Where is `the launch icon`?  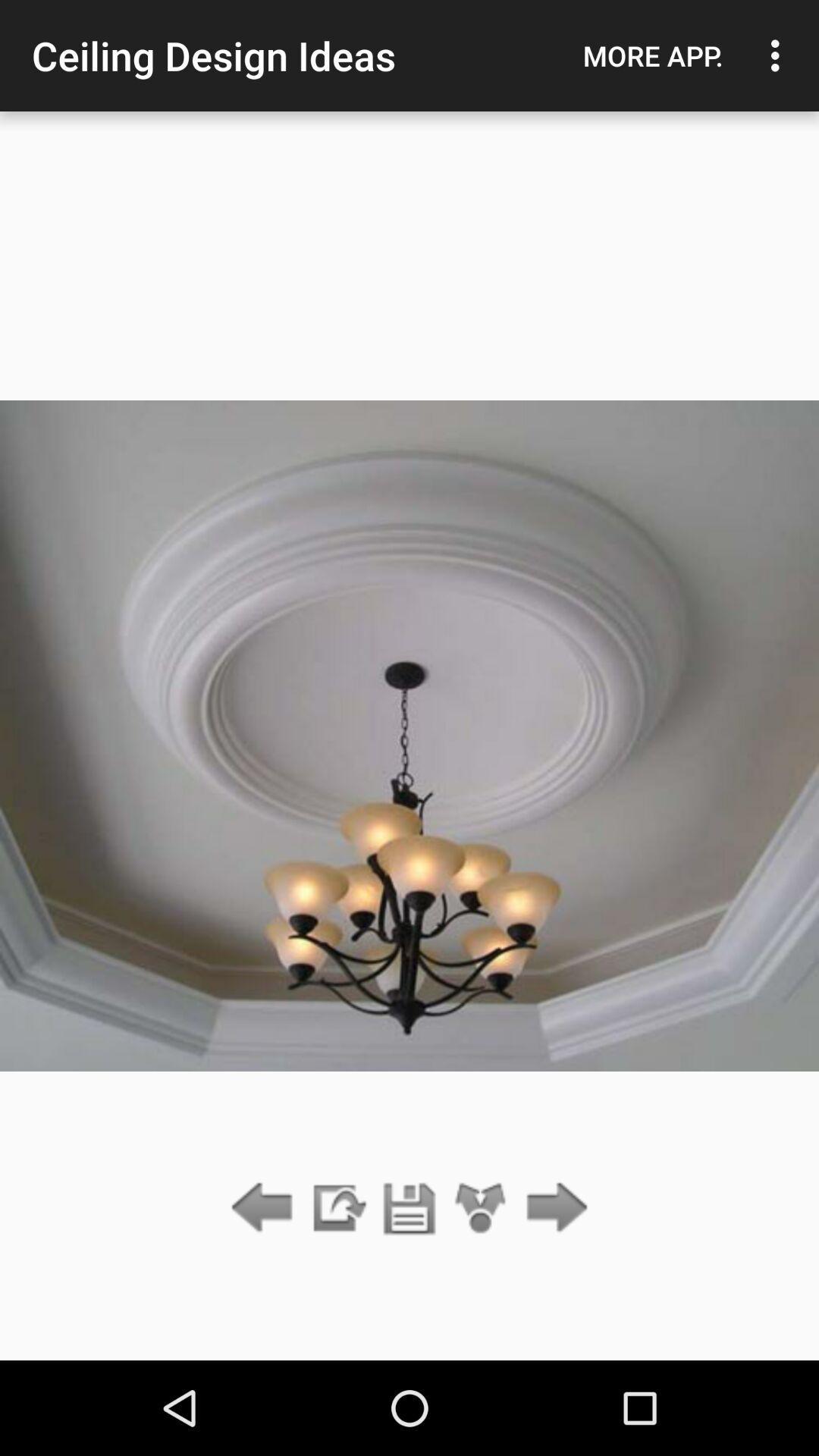 the launch icon is located at coordinates (337, 1208).